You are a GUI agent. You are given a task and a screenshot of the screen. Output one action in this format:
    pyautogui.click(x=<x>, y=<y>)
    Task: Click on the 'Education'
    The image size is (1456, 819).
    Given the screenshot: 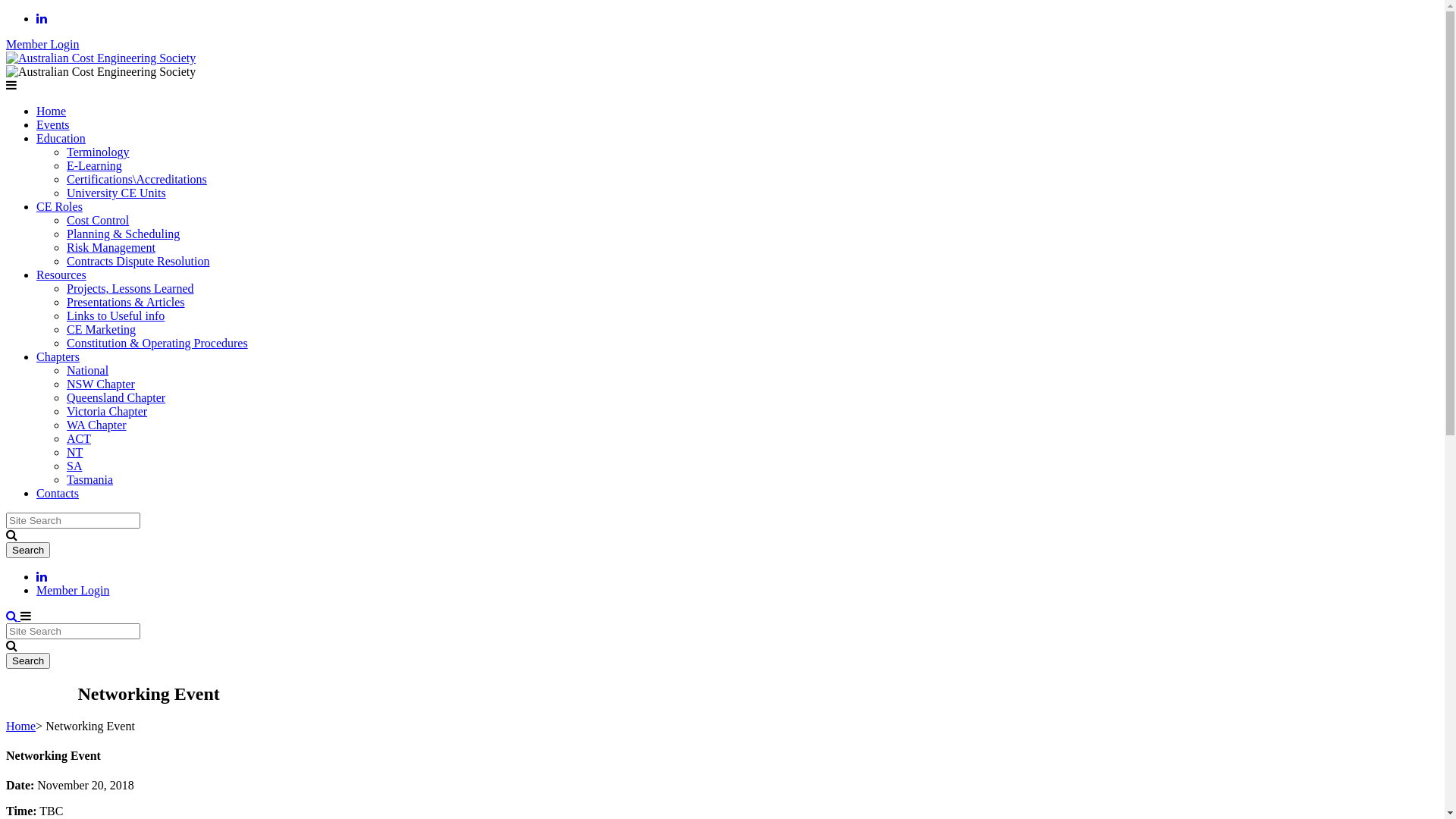 What is the action you would take?
    pyautogui.click(x=61, y=138)
    